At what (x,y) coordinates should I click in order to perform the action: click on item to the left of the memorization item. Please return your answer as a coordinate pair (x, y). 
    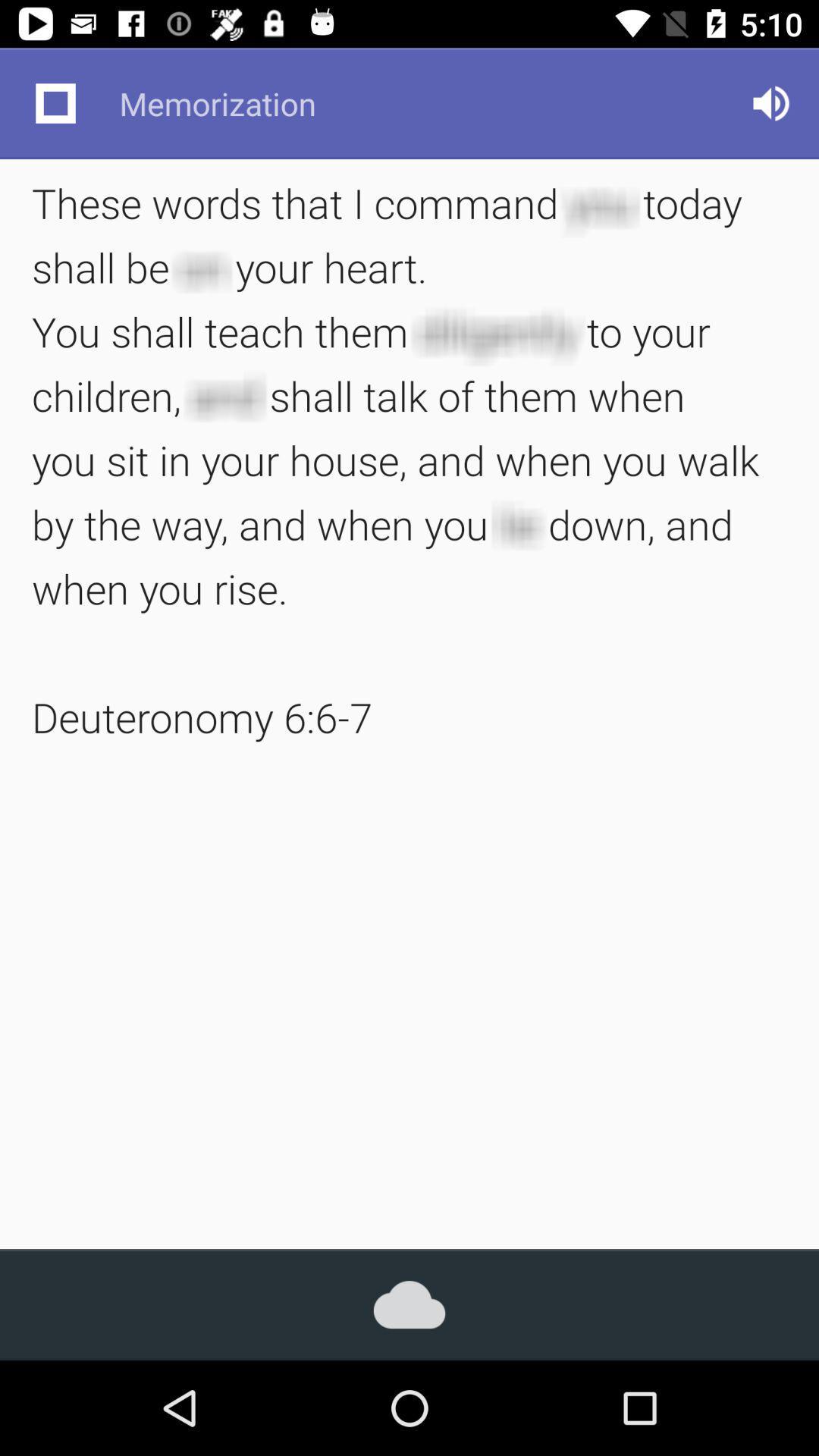
    Looking at the image, I should click on (55, 102).